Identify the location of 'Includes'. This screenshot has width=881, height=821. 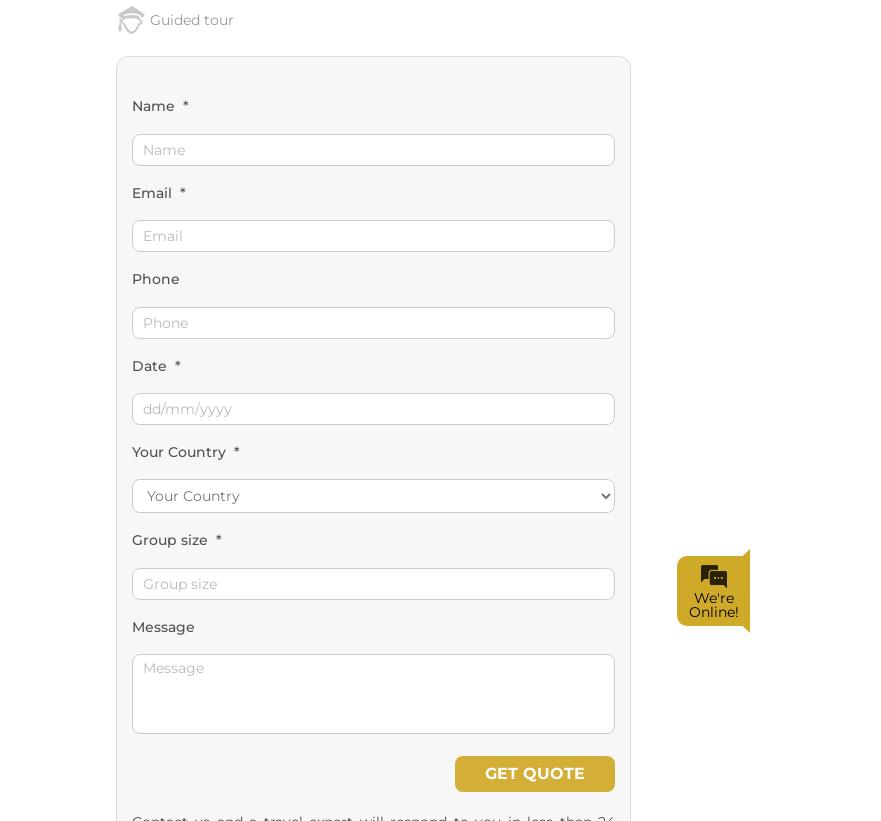
(163, 580).